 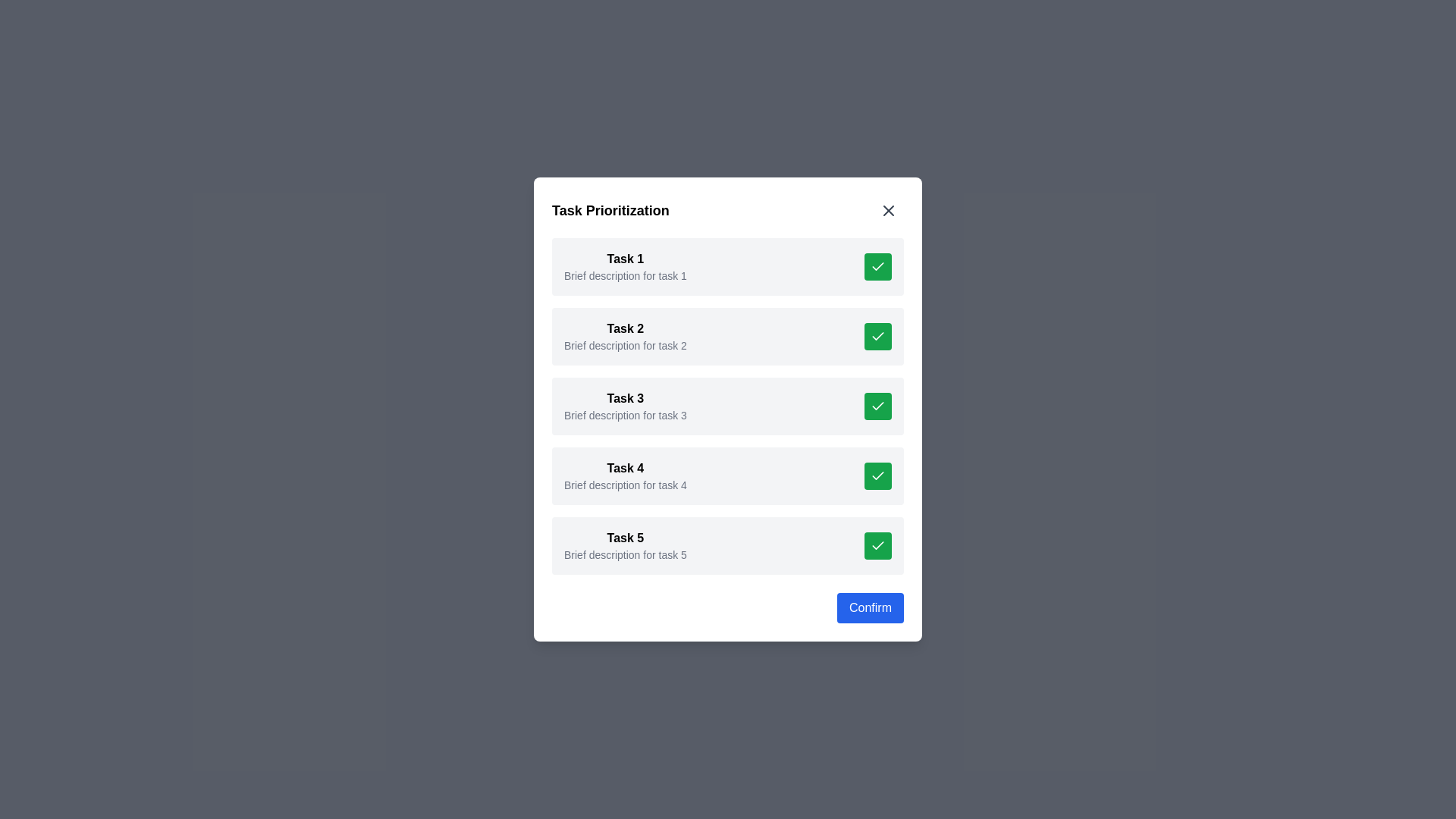 What do you see at coordinates (877, 265) in the screenshot?
I see `the confirmation button located on the far right side in the row associated with 'Task 1' to mark the task as completed or selected` at bounding box center [877, 265].